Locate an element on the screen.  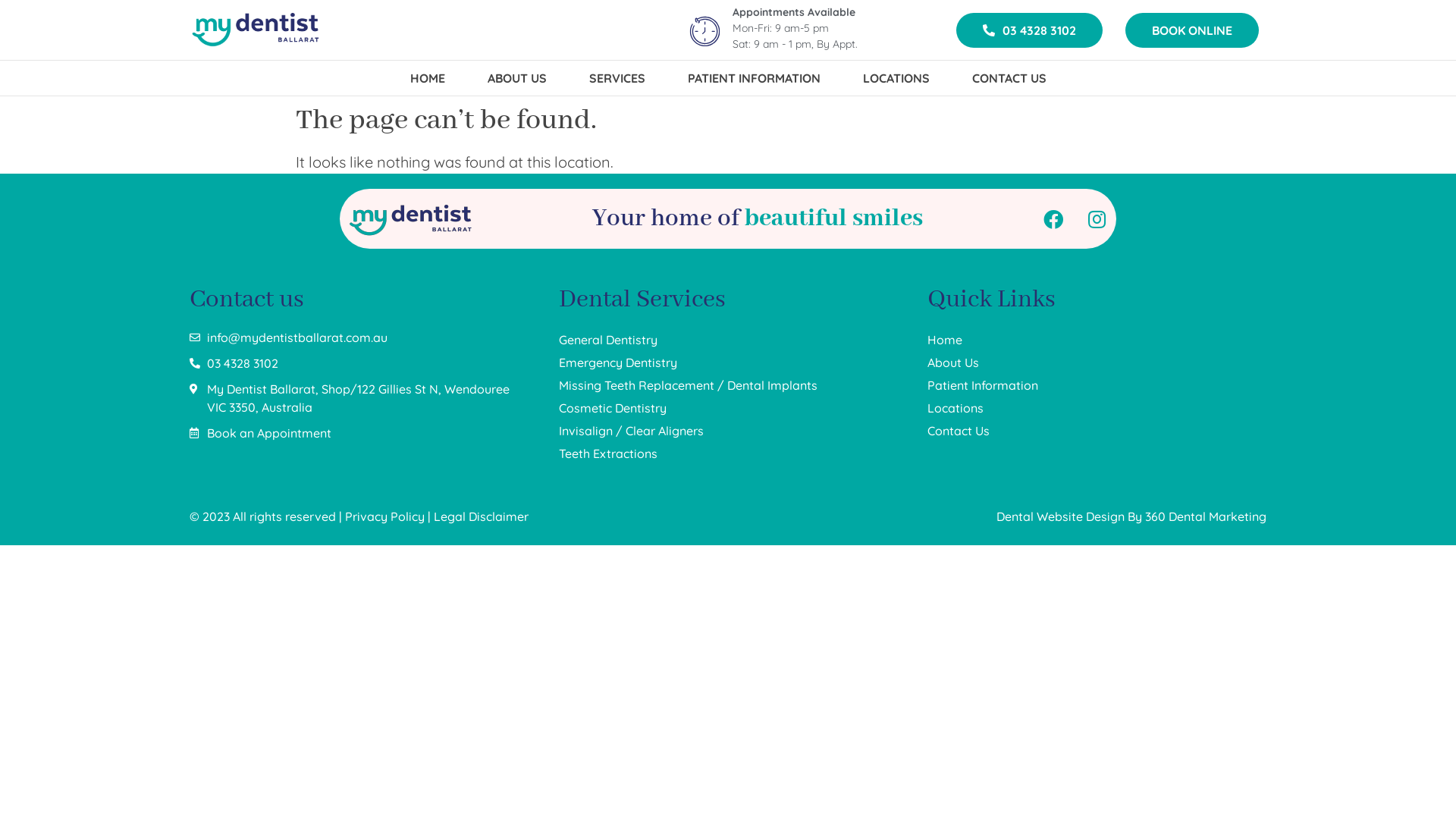
'Dental Website Design By' is located at coordinates (1069, 516).